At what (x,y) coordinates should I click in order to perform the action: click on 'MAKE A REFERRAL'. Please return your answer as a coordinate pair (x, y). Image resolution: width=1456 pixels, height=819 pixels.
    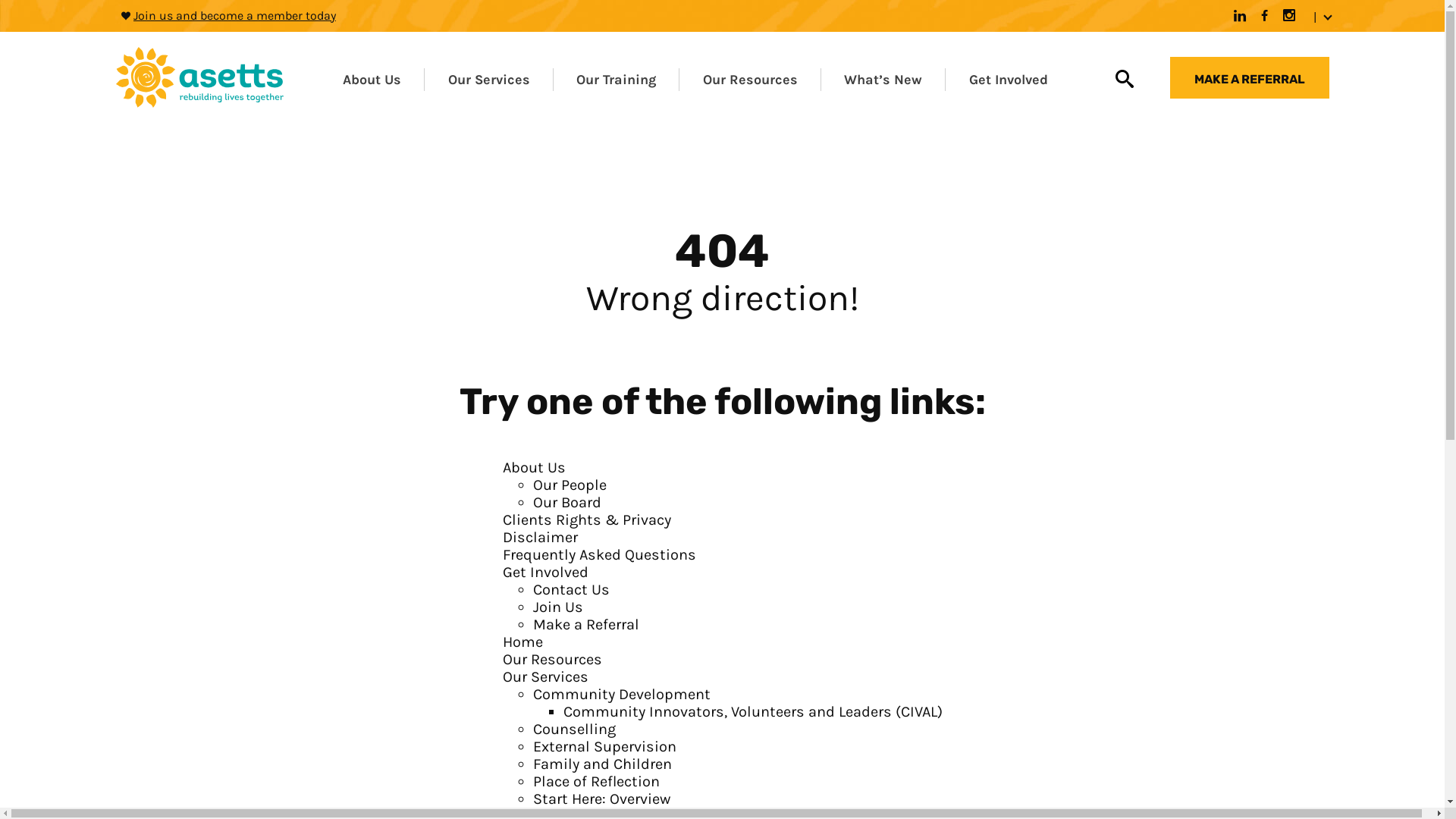
    Looking at the image, I should click on (1248, 77).